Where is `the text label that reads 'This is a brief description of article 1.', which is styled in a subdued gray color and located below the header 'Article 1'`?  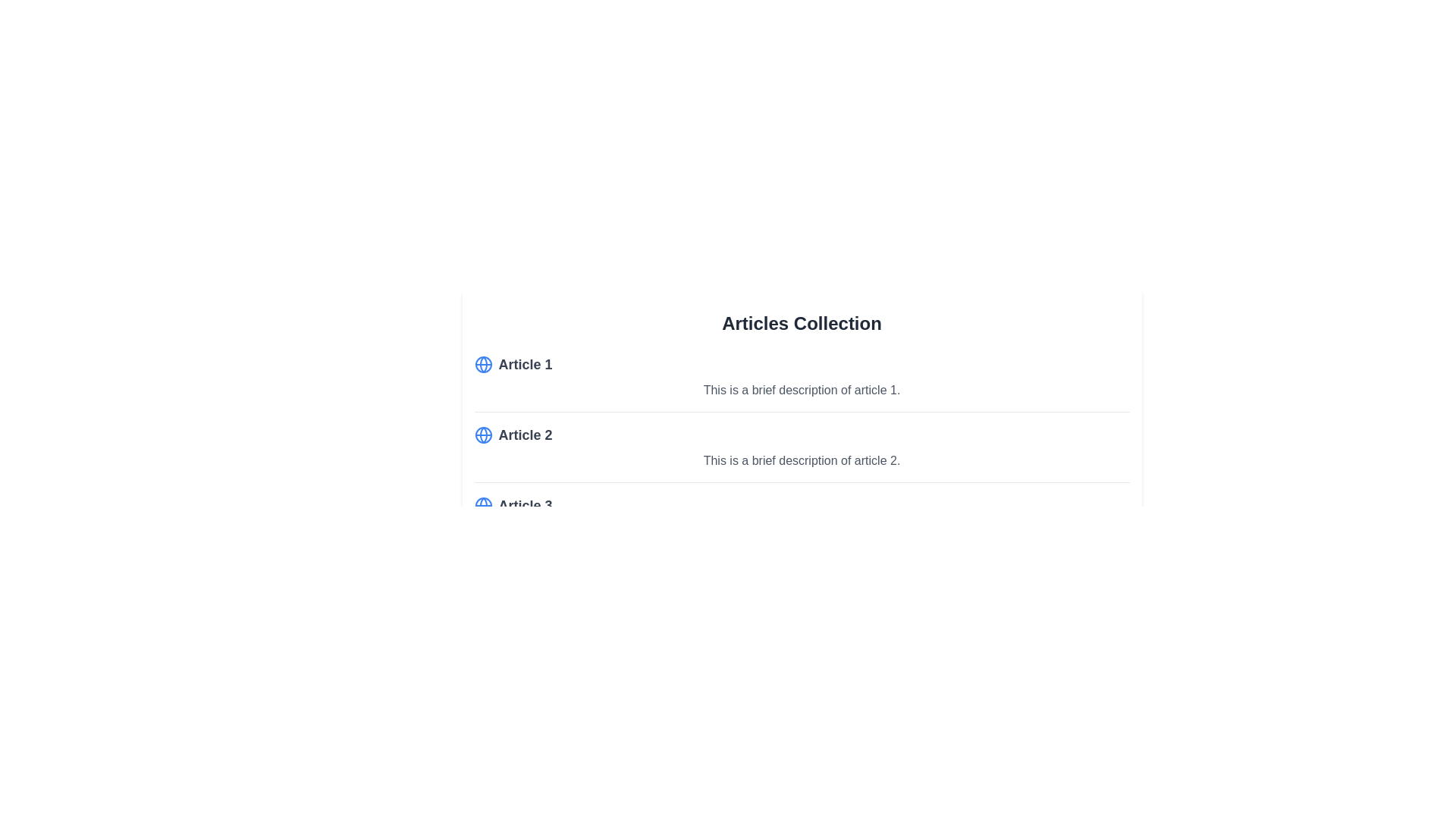
the text label that reads 'This is a brief description of article 1.', which is styled in a subdued gray color and located below the header 'Article 1' is located at coordinates (801, 390).